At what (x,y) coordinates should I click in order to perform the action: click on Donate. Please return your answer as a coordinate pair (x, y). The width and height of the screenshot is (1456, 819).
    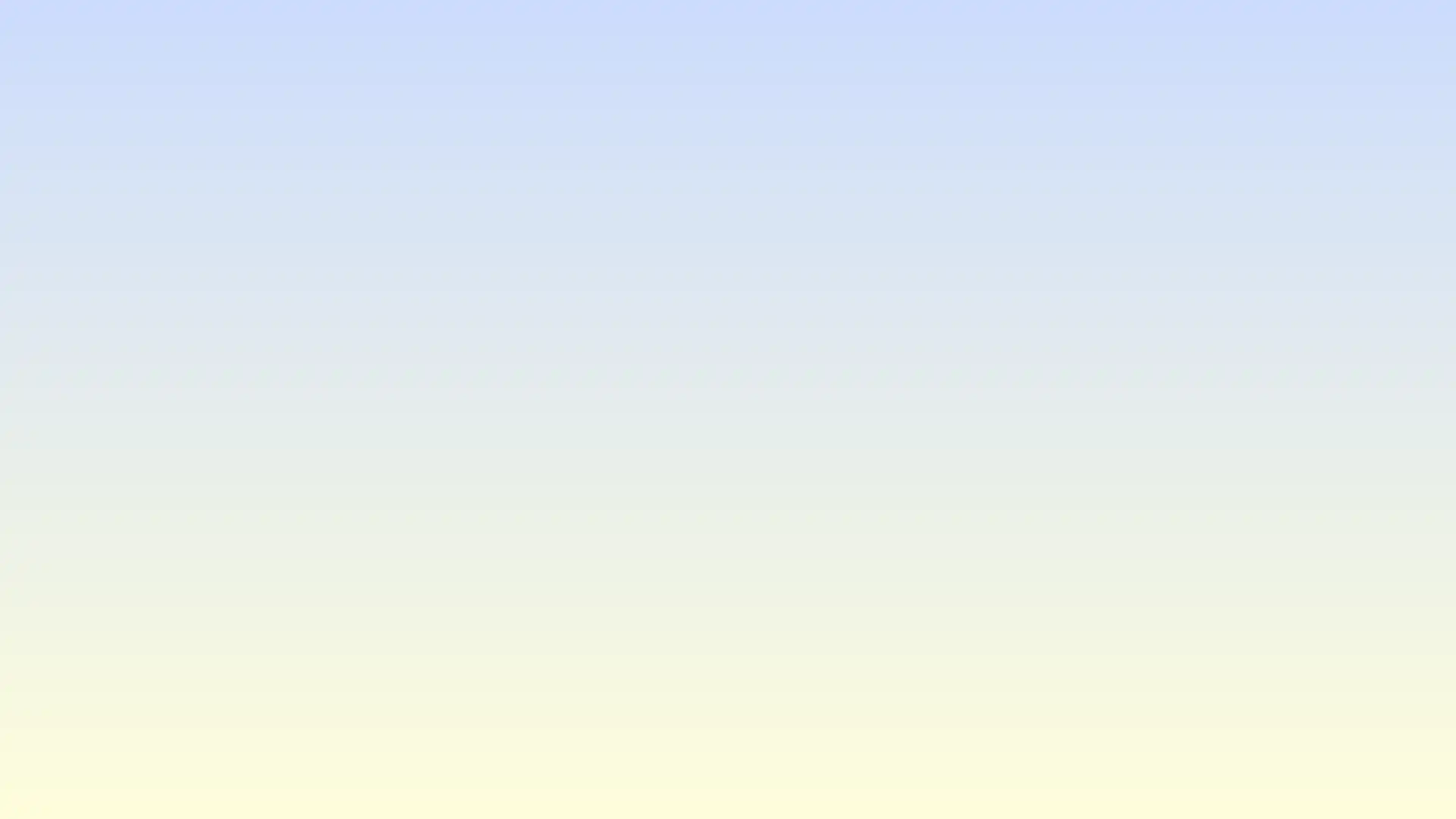
    Looking at the image, I should click on (728, 483).